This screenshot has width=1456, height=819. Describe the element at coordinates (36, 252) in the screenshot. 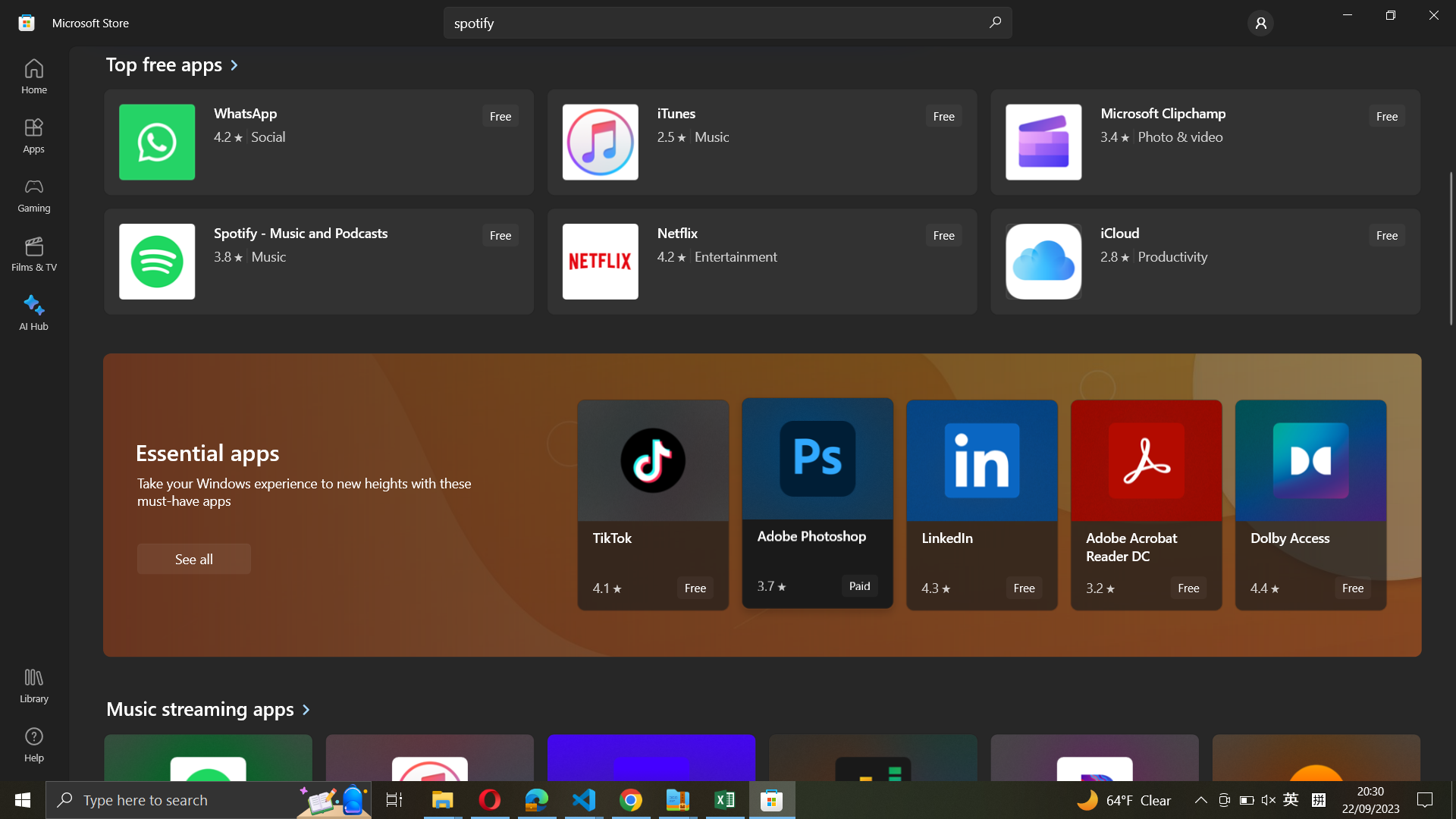

I see `Start Films & TV` at that location.